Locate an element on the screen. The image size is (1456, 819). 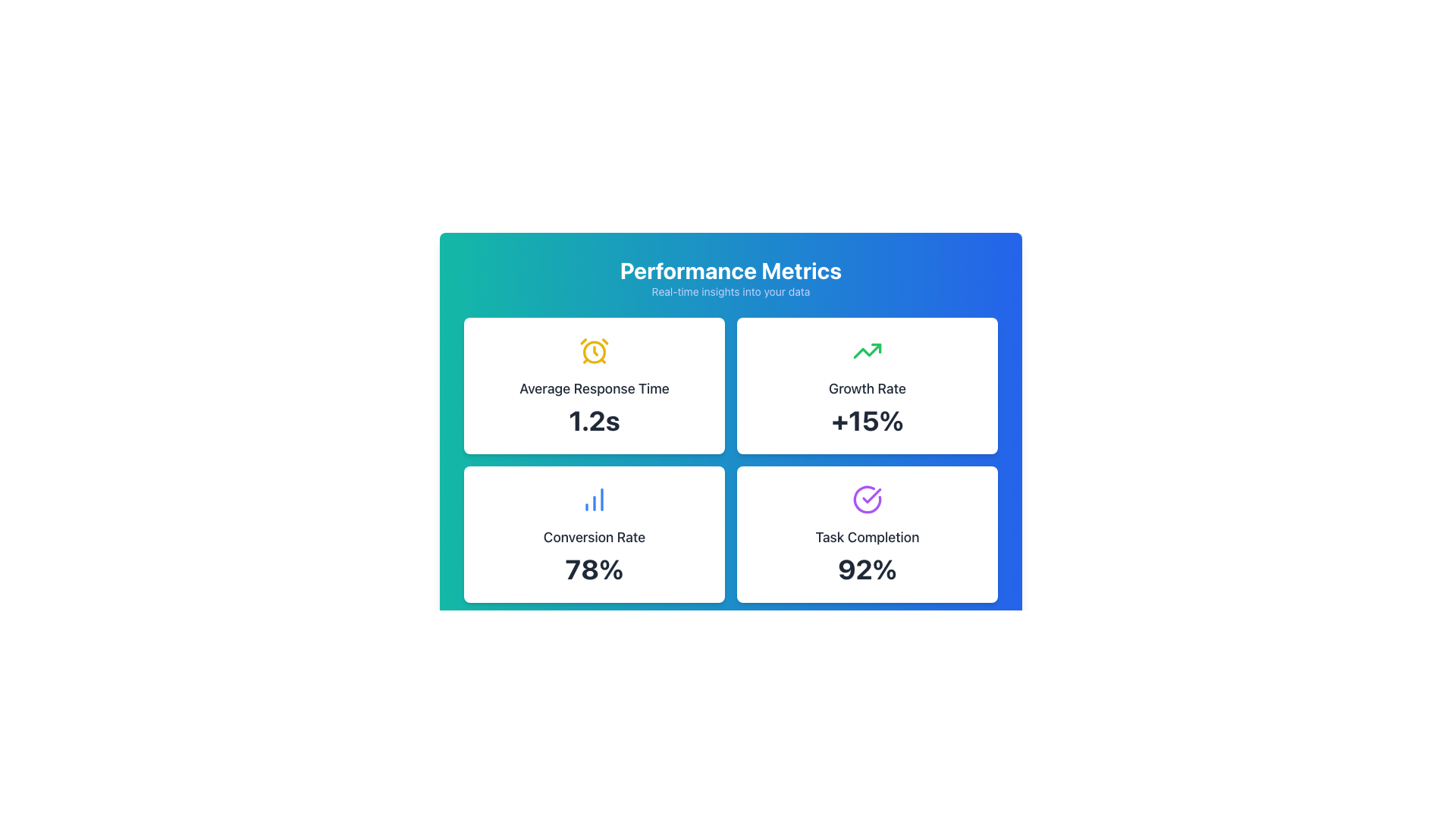
the growth icon located in the upper-right quadrant of the layout, positioned above the 'Growth Rate' and '+15%' texts is located at coordinates (867, 350).